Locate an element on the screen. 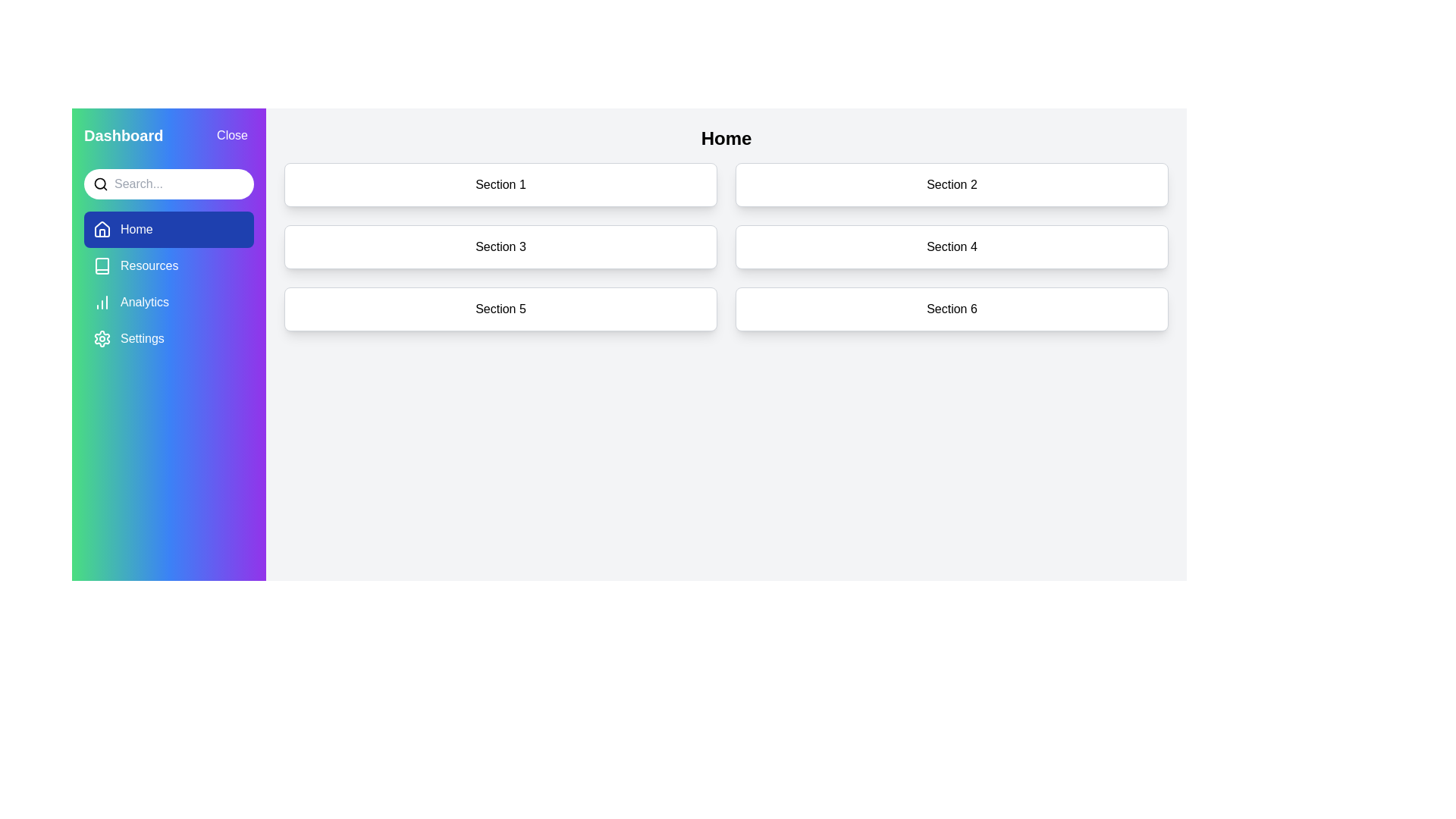 Image resolution: width=1456 pixels, height=819 pixels. the menu item Settings from the sidebar is located at coordinates (168, 338).